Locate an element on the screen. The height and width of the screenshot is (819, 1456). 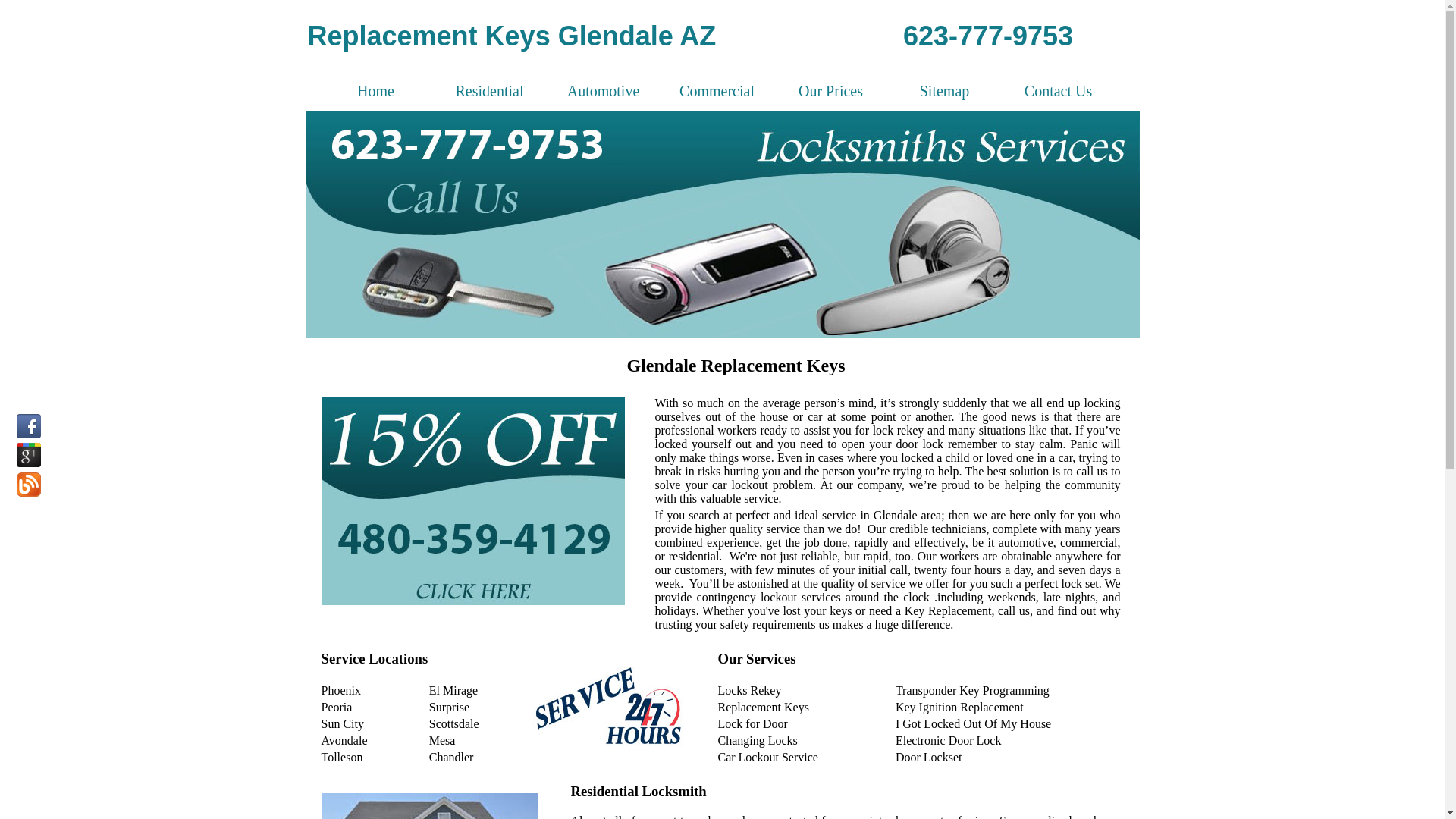
'Phoenix' is located at coordinates (340, 690).